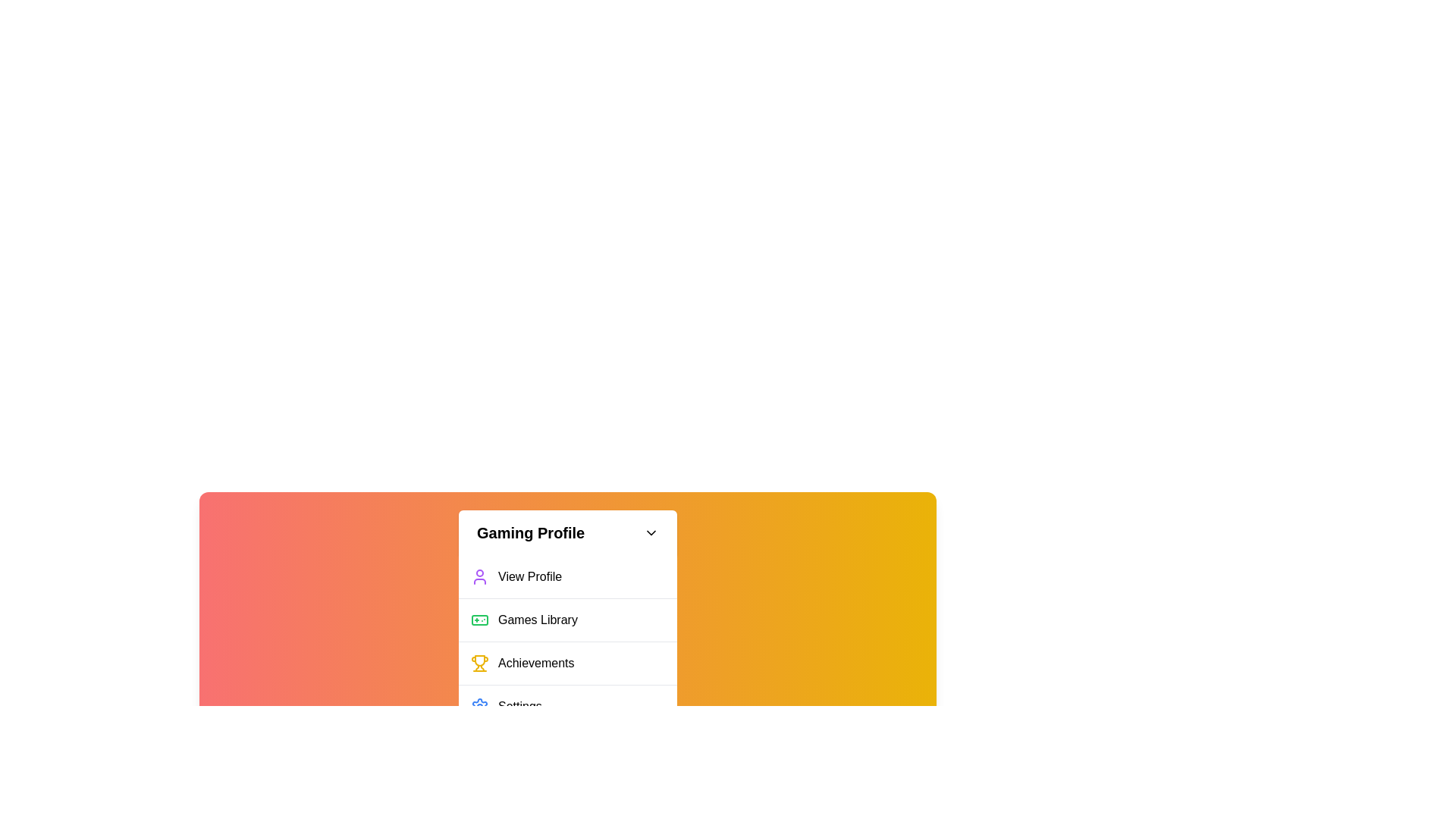 This screenshot has height=819, width=1456. What do you see at coordinates (566, 576) in the screenshot?
I see `the 'View Profile' option in the Gaming Profile menu` at bounding box center [566, 576].